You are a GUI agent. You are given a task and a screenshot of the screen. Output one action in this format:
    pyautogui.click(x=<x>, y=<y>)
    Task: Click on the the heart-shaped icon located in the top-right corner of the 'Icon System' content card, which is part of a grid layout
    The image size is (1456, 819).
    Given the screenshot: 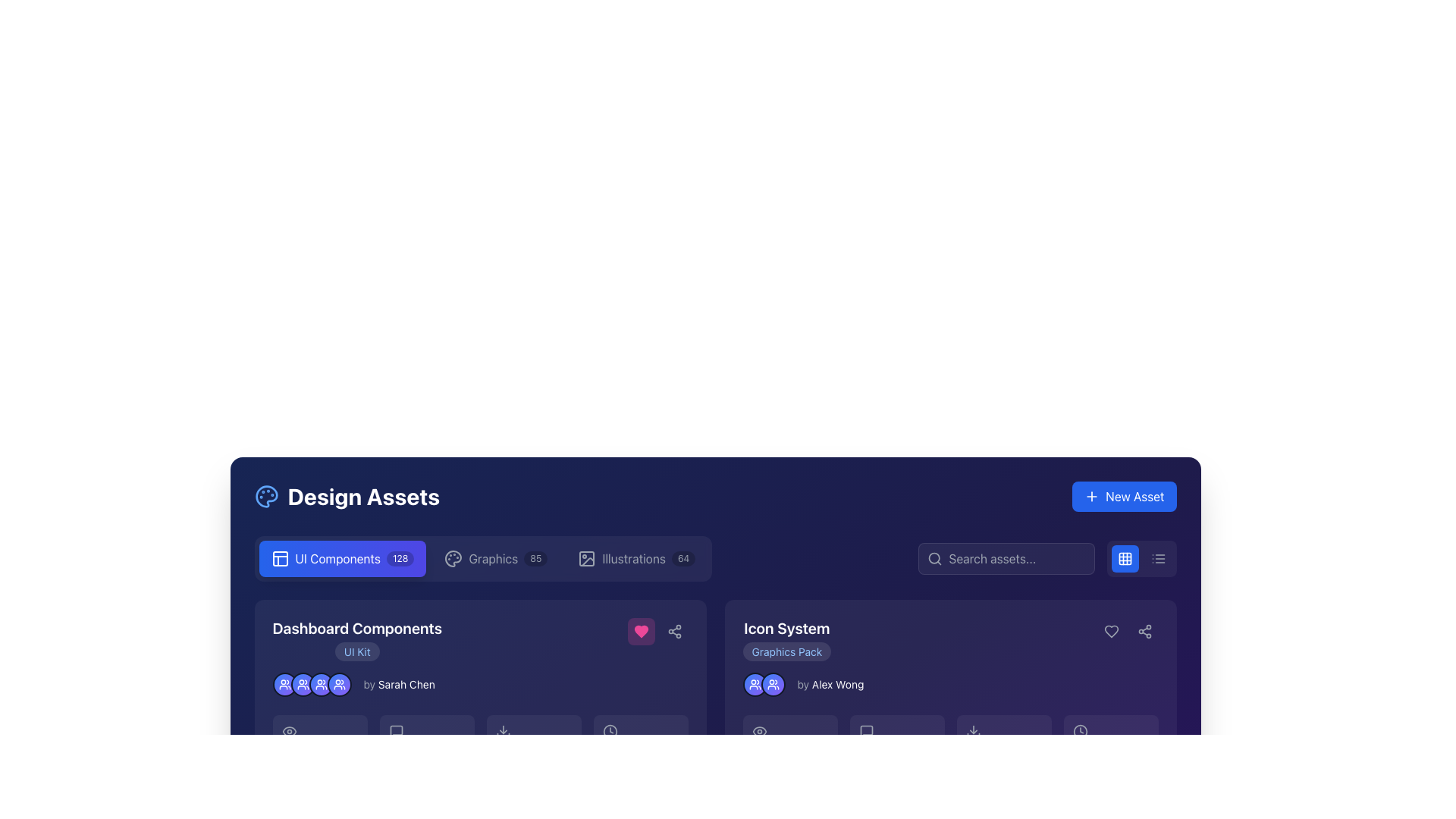 What is the action you would take?
    pyautogui.click(x=1111, y=632)
    